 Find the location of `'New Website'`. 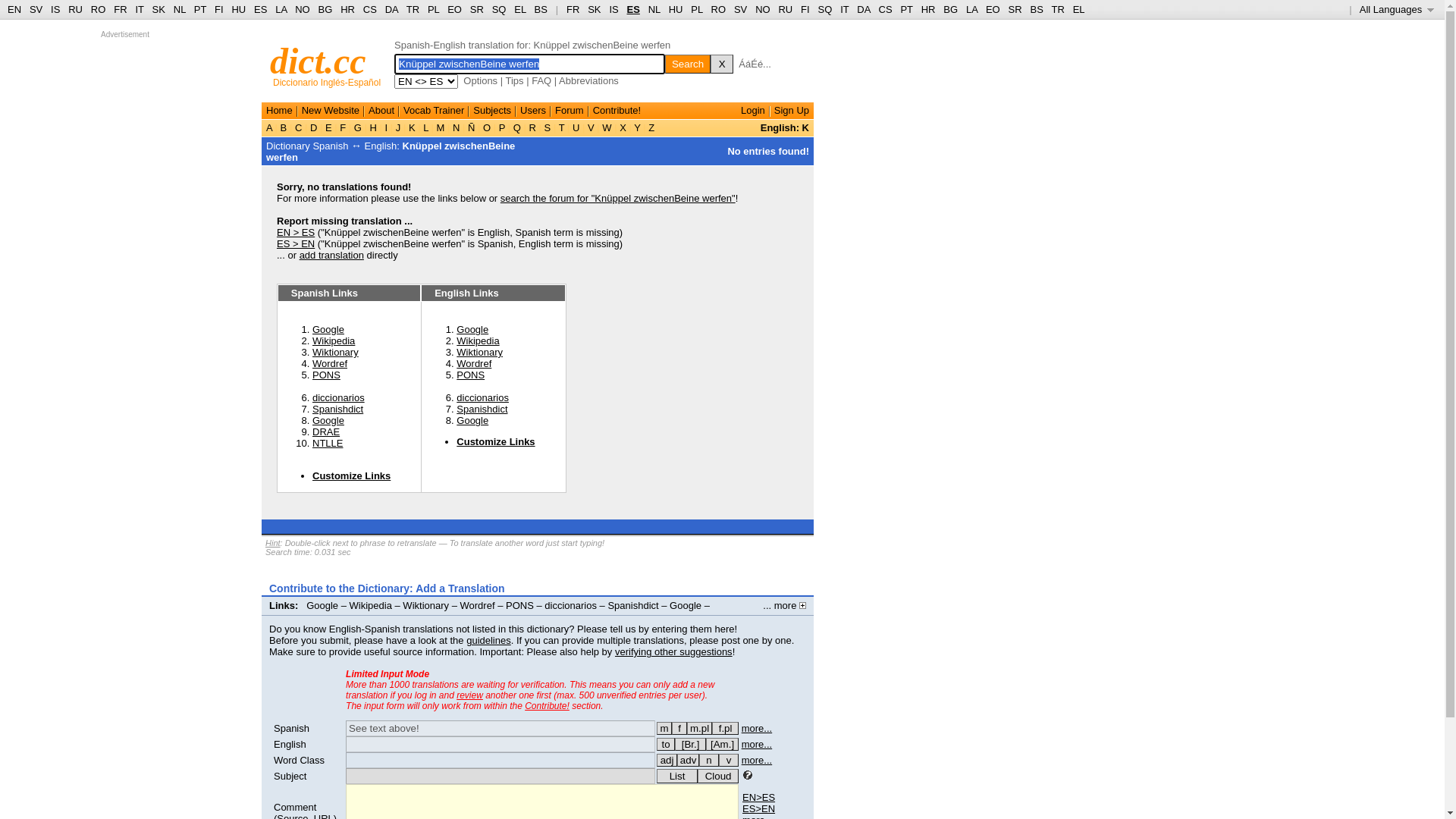

'New Website' is located at coordinates (330, 109).